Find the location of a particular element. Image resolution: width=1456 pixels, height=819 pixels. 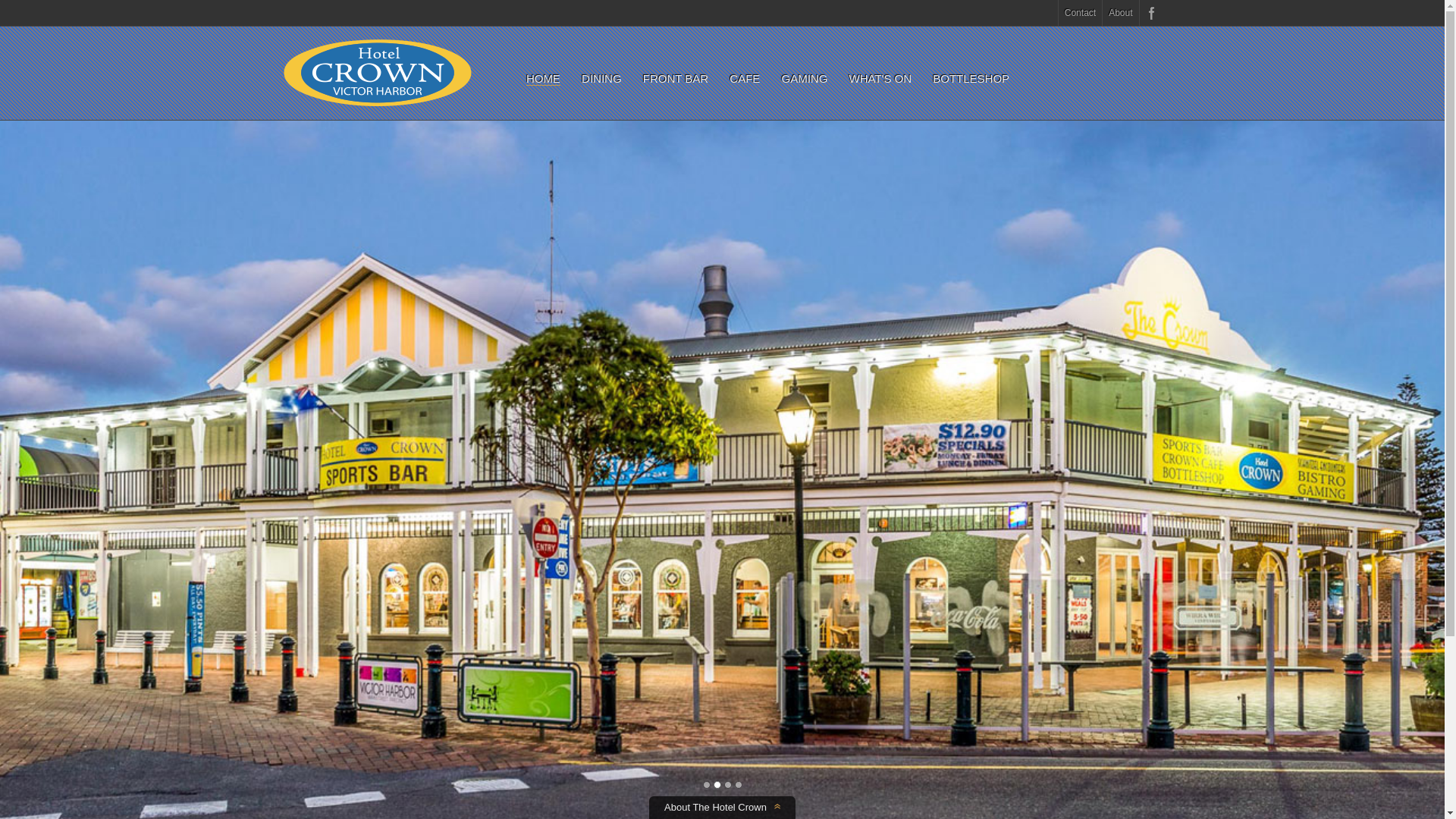

'CAFE' is located at coordinates (745, 78).